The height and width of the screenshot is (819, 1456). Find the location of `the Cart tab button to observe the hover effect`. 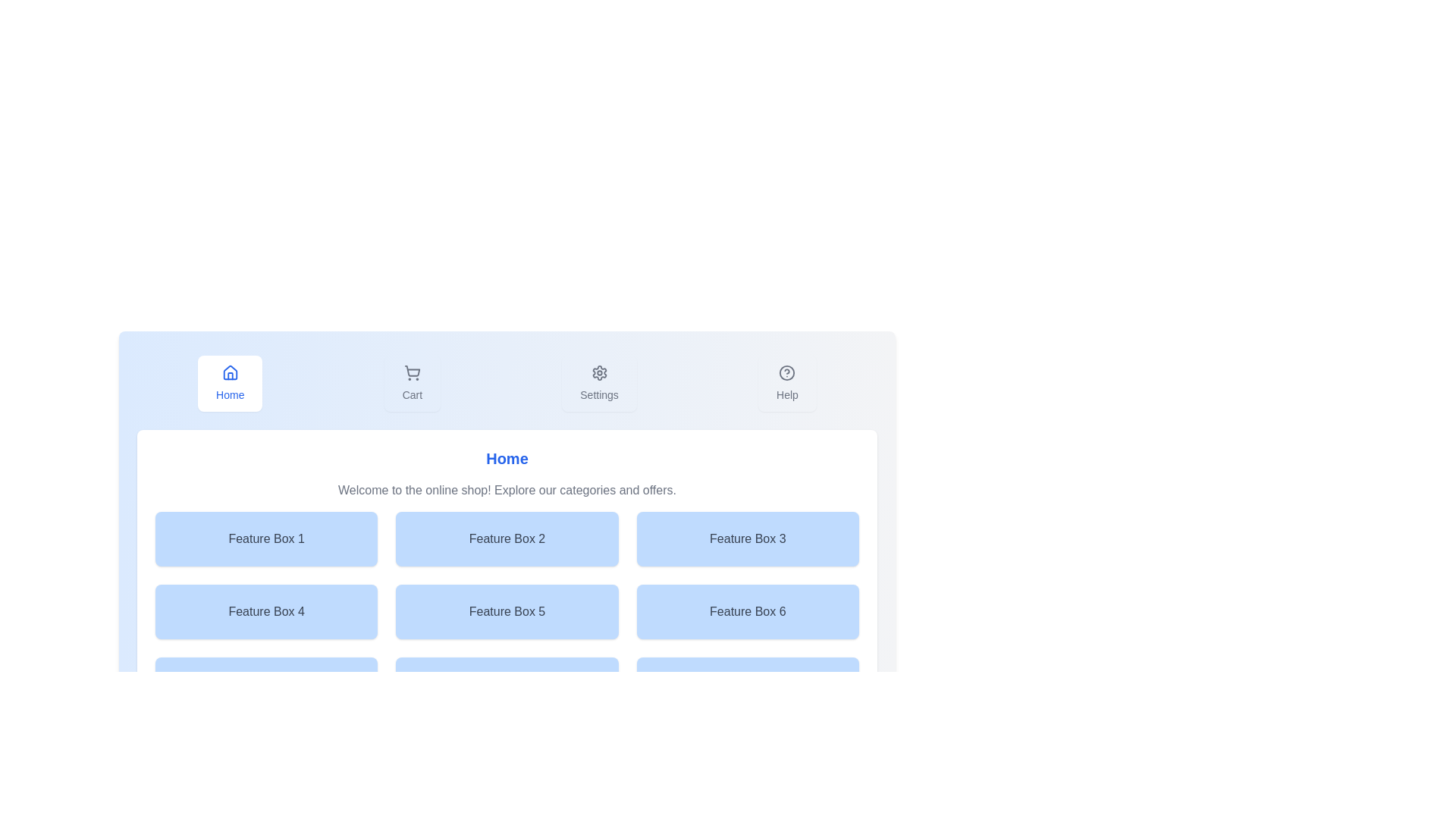

the Cart tab button to observe the hover effect is located at coordinates (412, 382).